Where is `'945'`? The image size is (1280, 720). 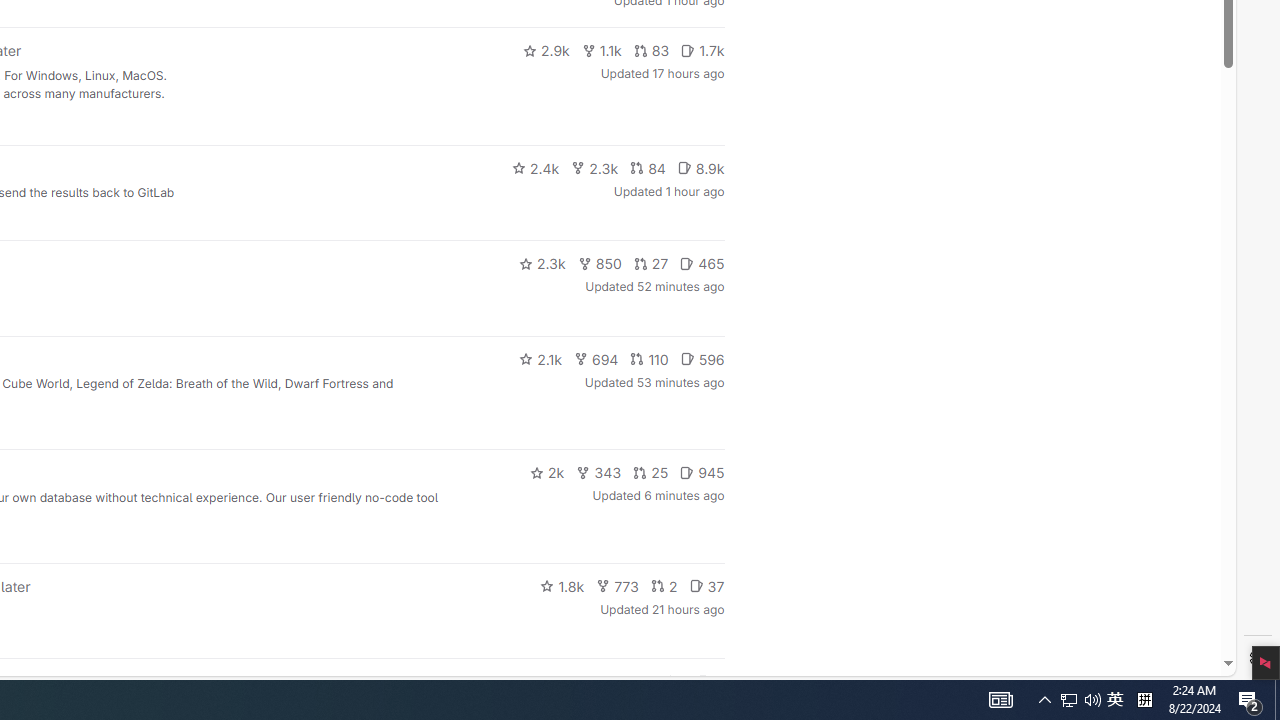
'945' is located at coordinates (702, 473).